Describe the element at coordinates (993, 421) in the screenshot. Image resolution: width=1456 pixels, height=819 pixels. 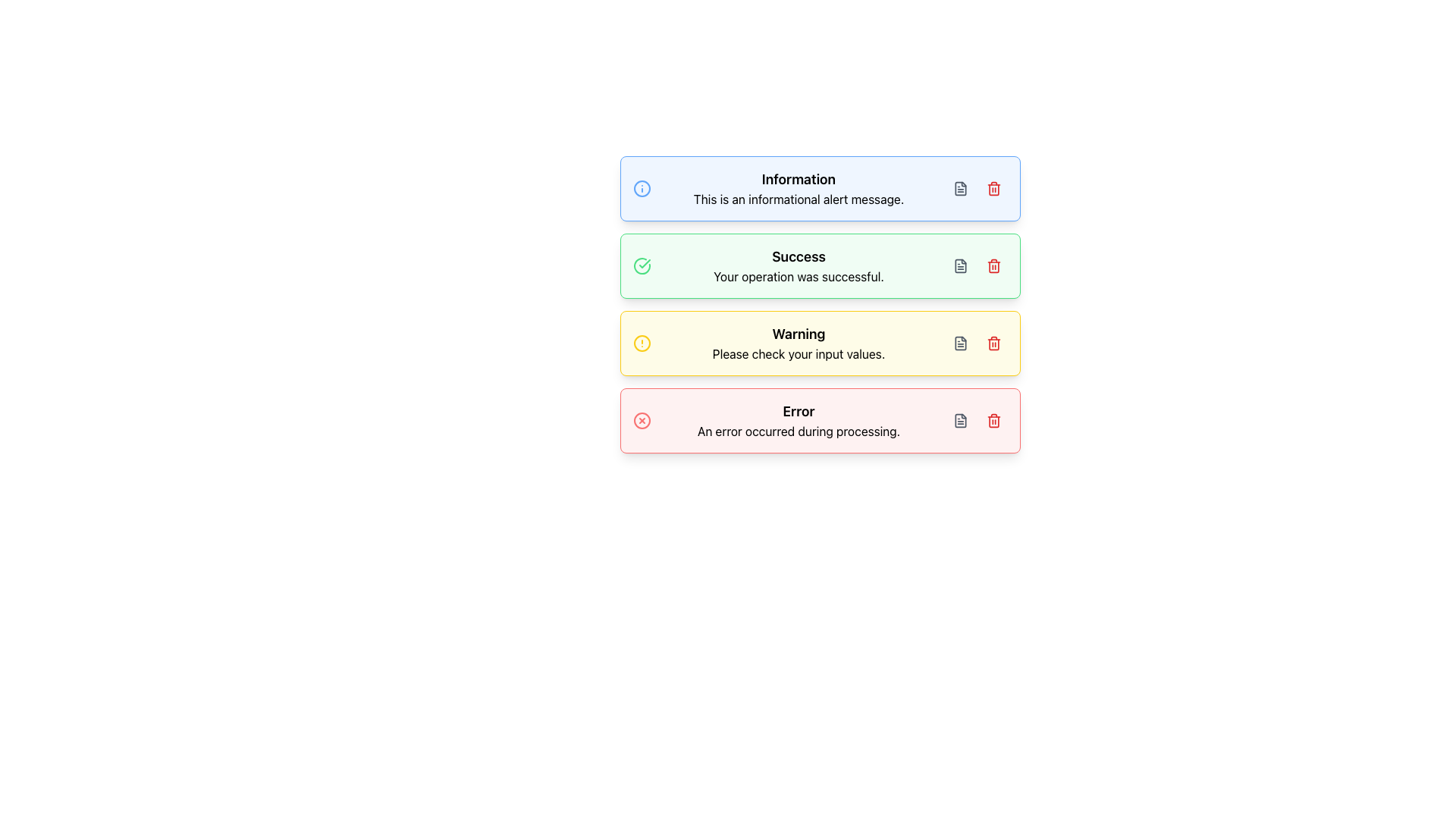
I see `the delete button icon located in the last row next to the 'Error' message` at that location.